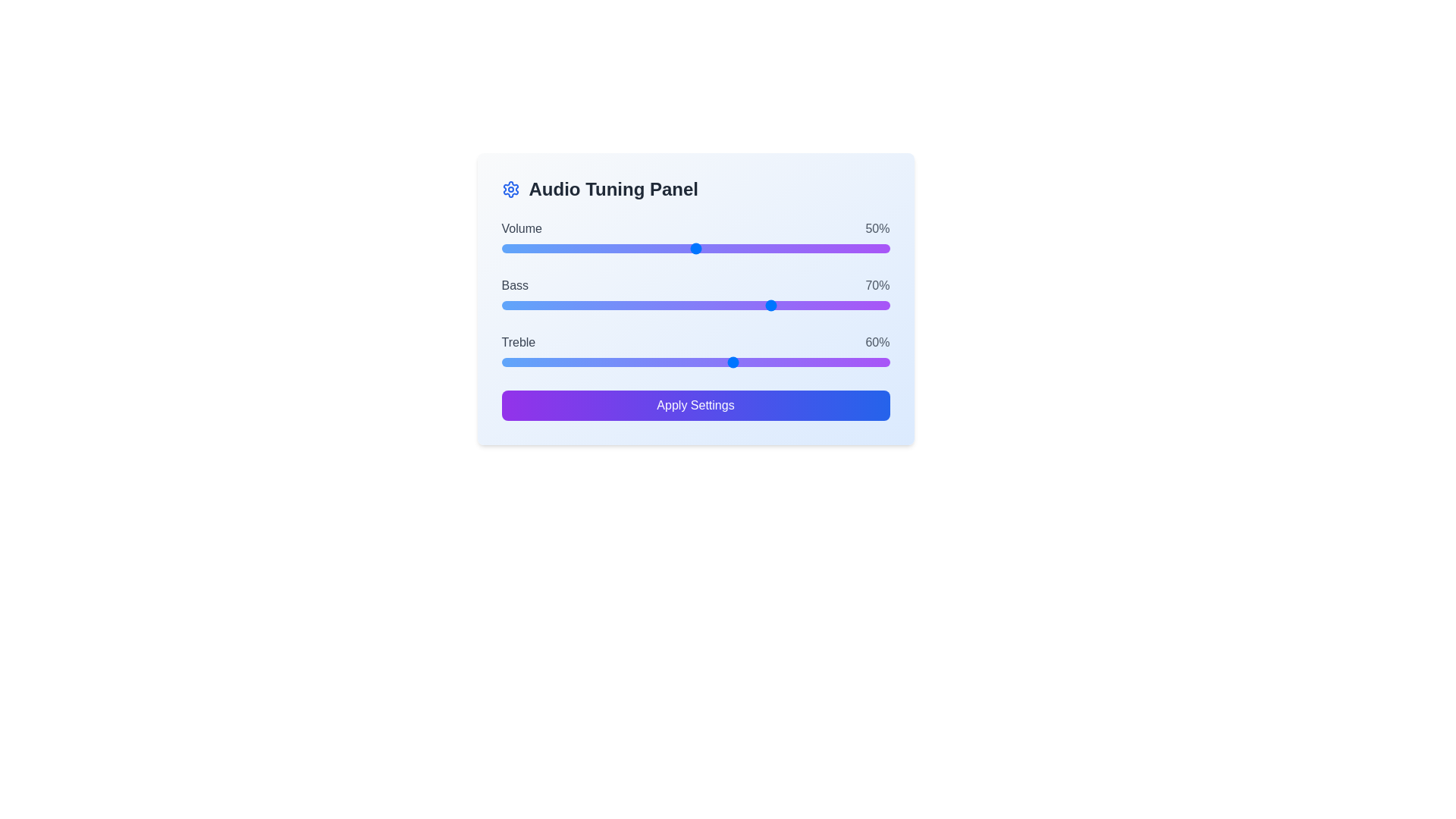 The image size is (1456, 819). What do you see at coordinates (706, 305) in the screenshot?
I see `the bass level` at bounding box center [706, 305].